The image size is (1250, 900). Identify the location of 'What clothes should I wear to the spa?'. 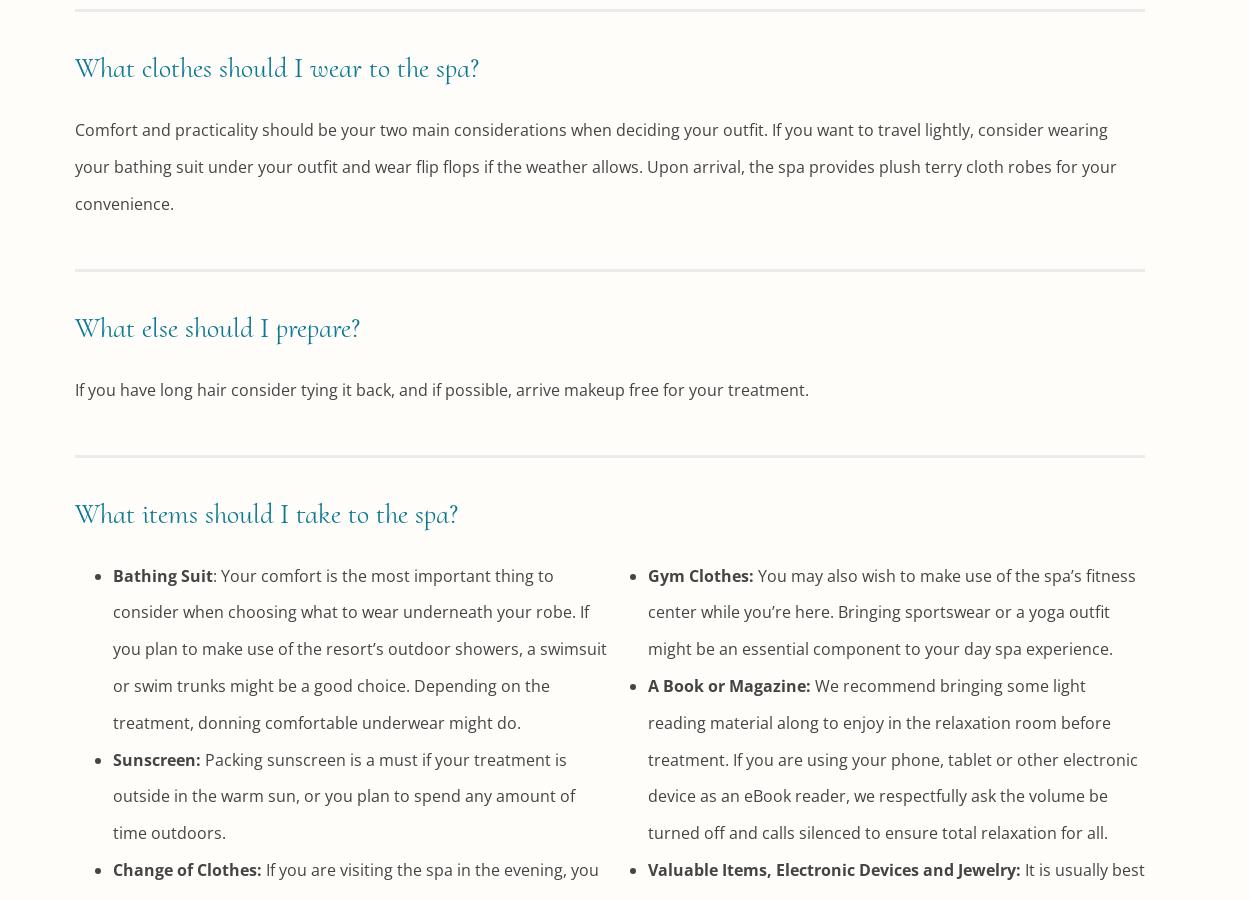
(277, 67).